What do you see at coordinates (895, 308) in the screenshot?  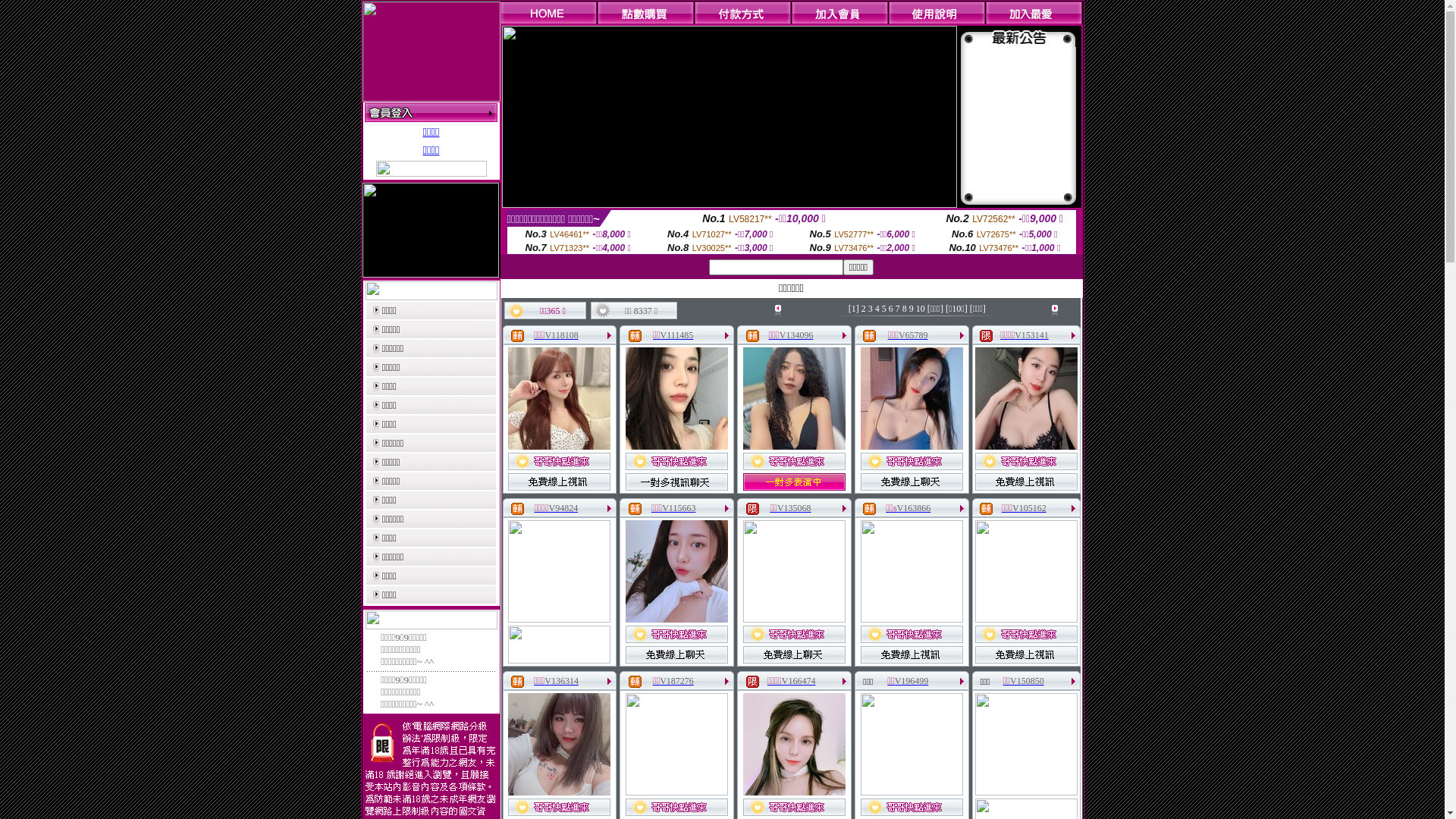 I see `'7'` at bounding box center [895, 308].